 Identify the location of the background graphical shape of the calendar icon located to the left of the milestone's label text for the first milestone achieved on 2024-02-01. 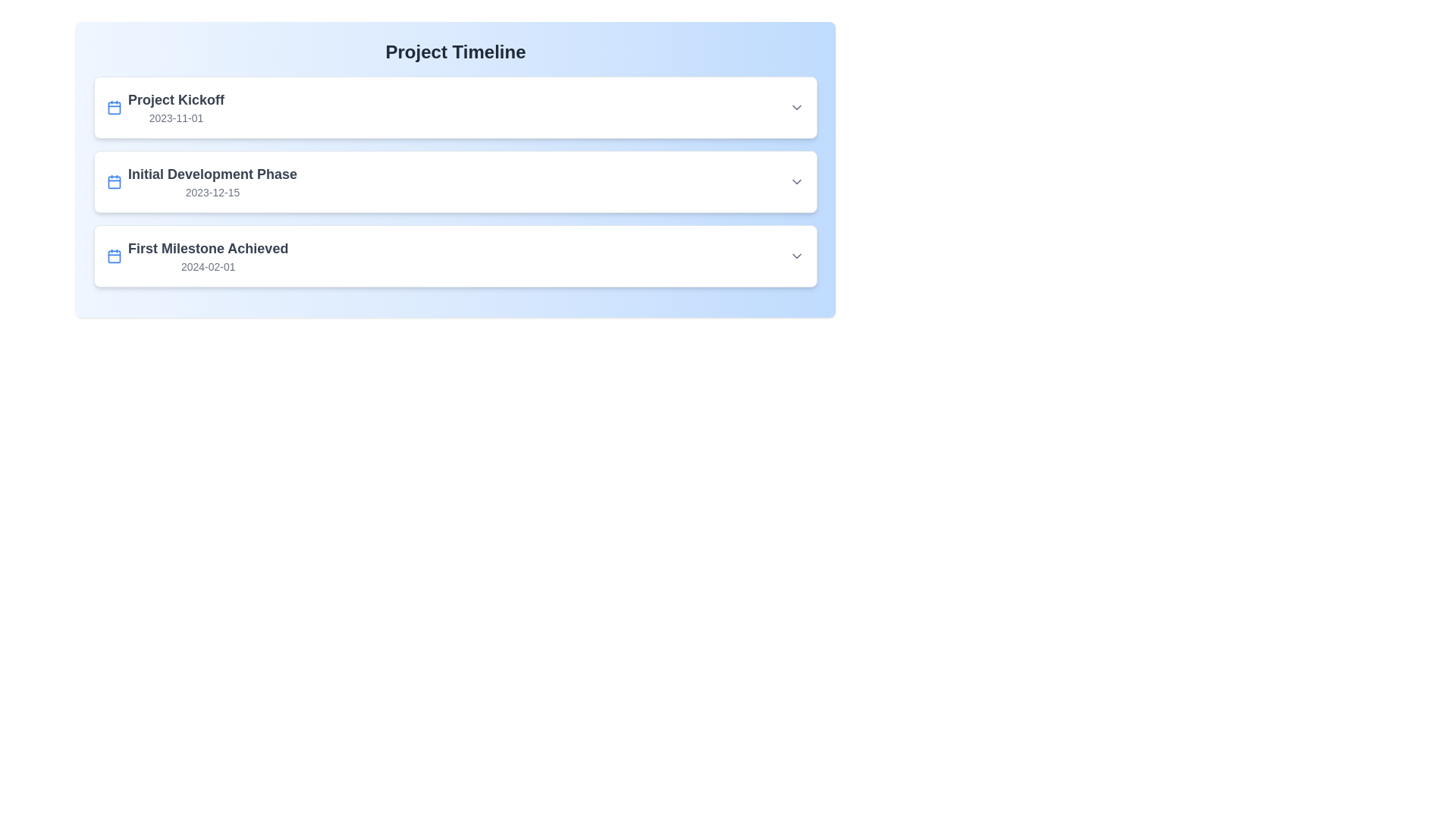
(113, 256).